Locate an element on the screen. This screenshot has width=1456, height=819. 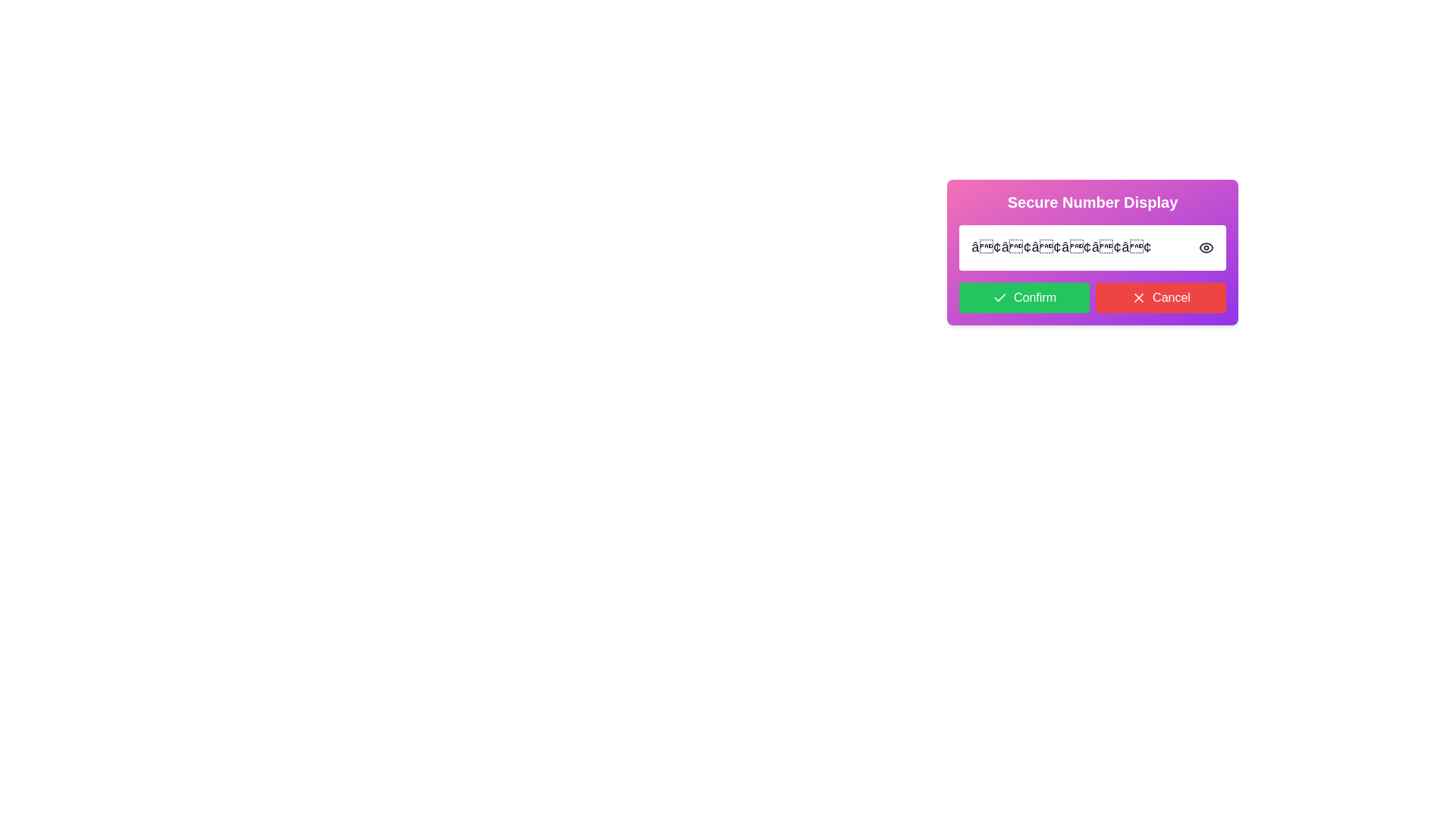
the checkmark icon located to the left of the 'Confirm' text within the green 'Confirm' button in the modal dialog is located at coordinates (1000, 298).